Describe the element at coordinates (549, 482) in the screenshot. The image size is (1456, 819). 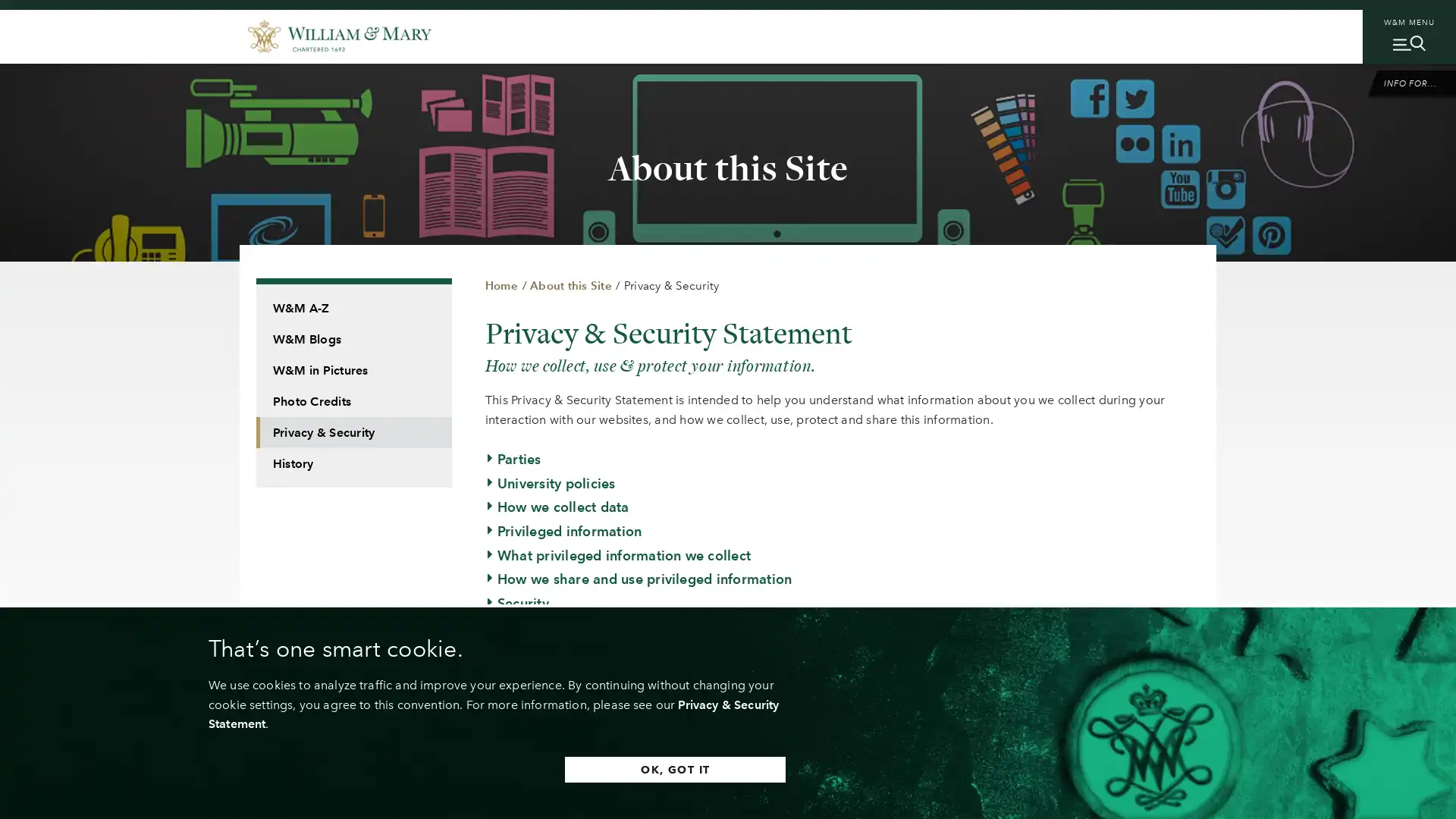
I see `University policies` at that location.